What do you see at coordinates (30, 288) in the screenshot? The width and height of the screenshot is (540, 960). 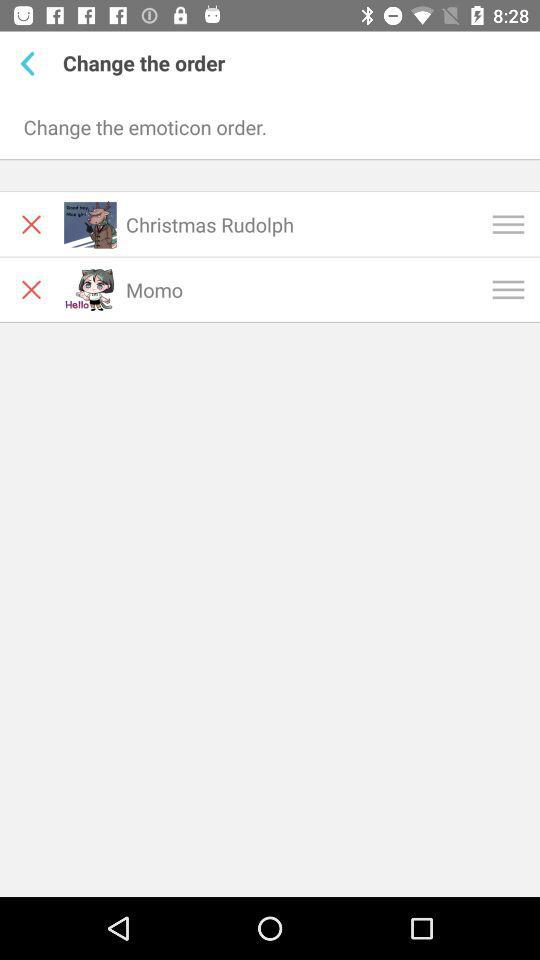 I see `delete` at bounding box center [30, 288].